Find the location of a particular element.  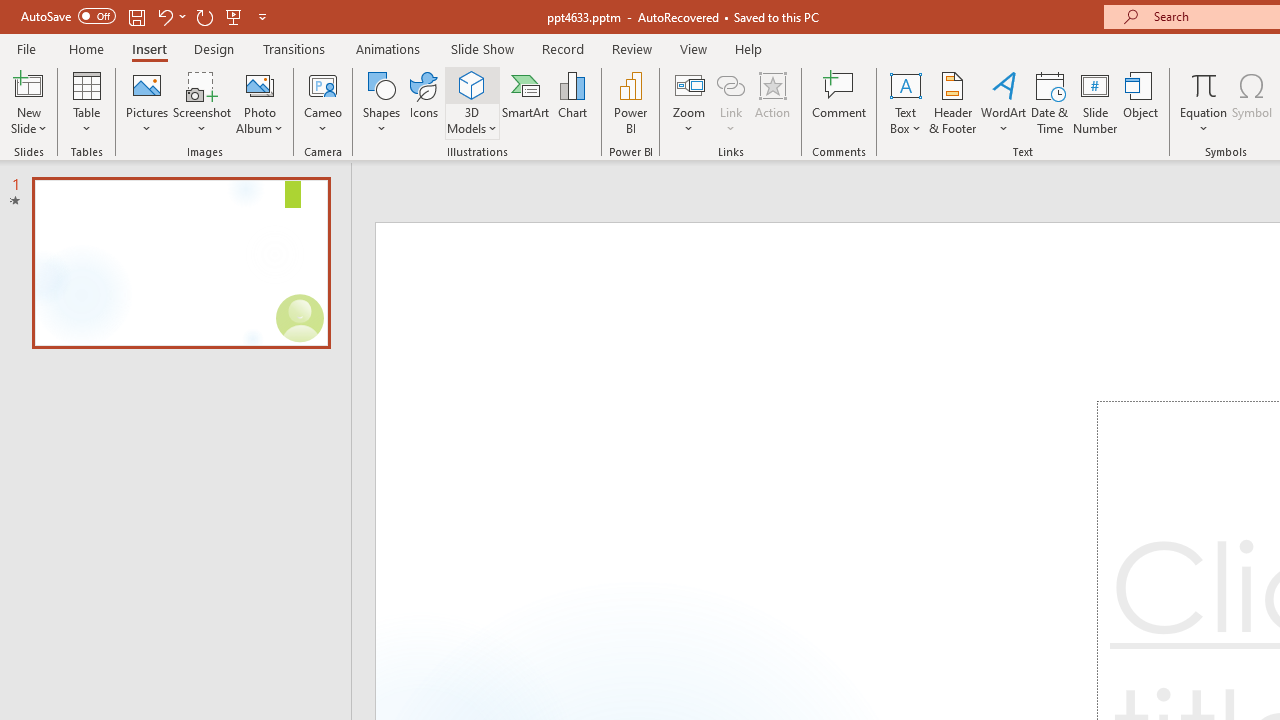

'Date & Time...' is located at coordinates (1049, 103).